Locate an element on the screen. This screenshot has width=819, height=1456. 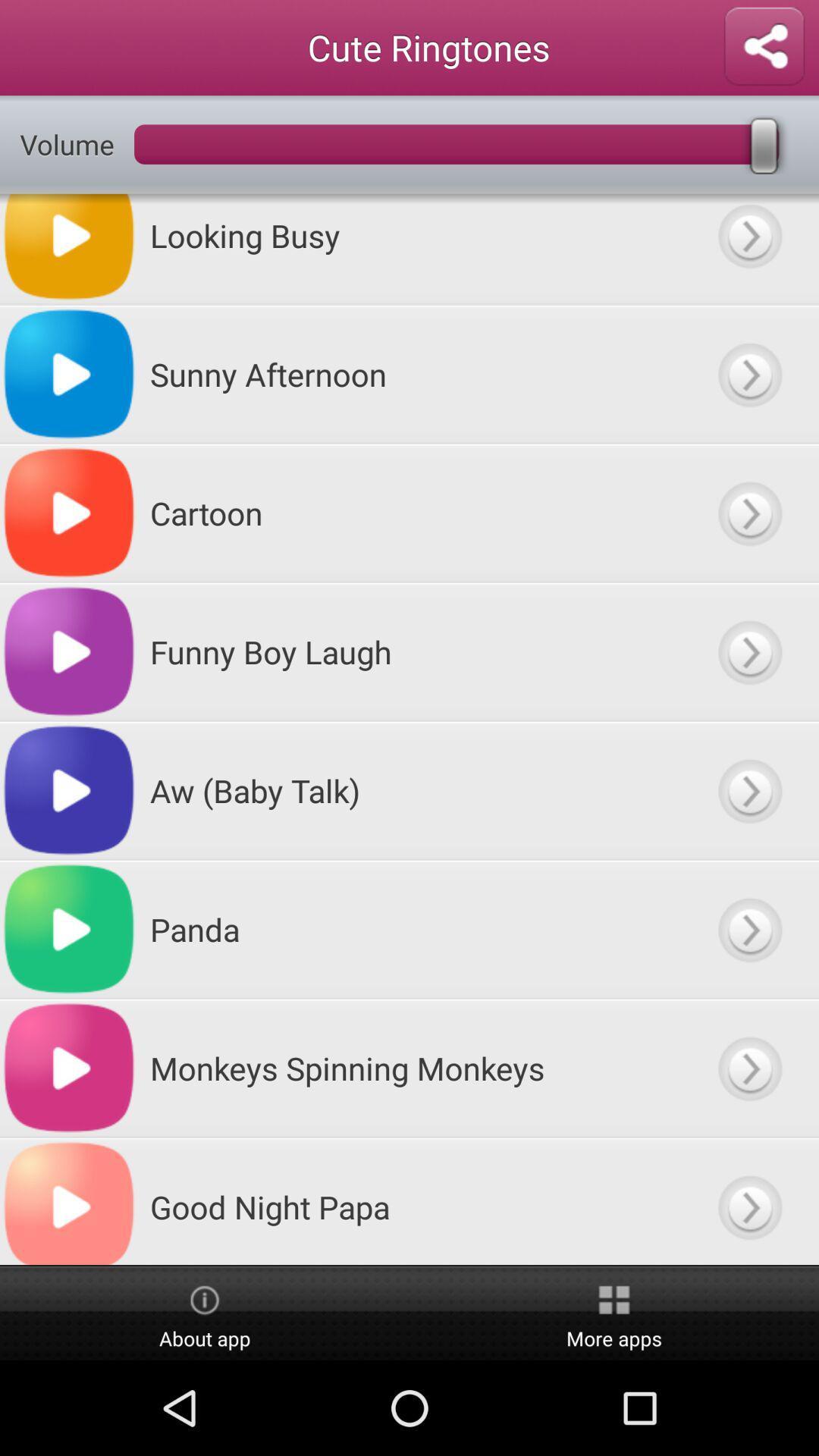
share button is located at coordinates (764, 47).